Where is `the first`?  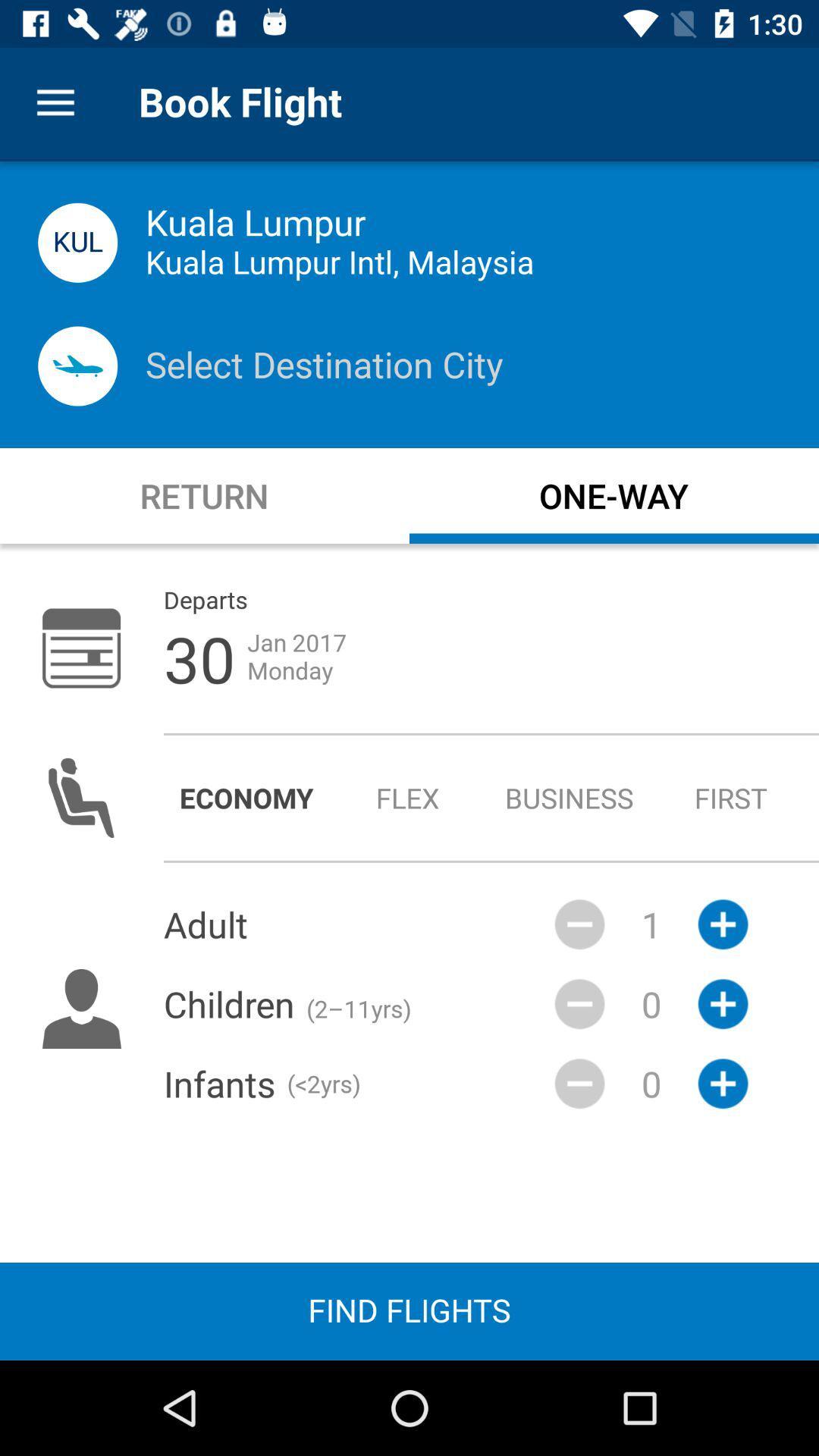
the first is located at coordinates (730, 797).